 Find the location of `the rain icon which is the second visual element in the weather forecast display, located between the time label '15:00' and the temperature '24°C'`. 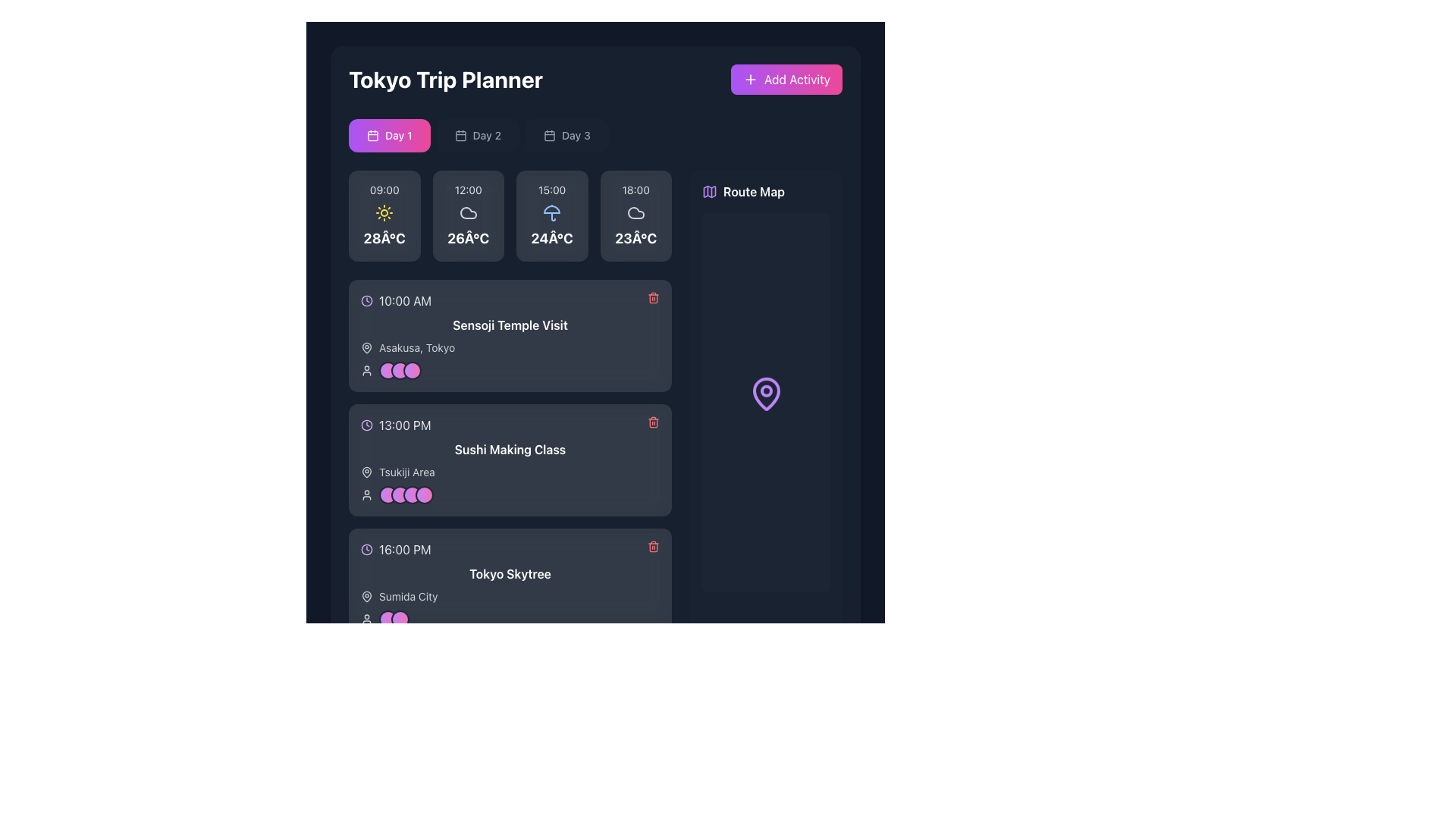

the rain icon which is the second visual element in the weather forecast display, located between the time label '15:00' and the temperature '24°C' is located at coordinates (551, 213).